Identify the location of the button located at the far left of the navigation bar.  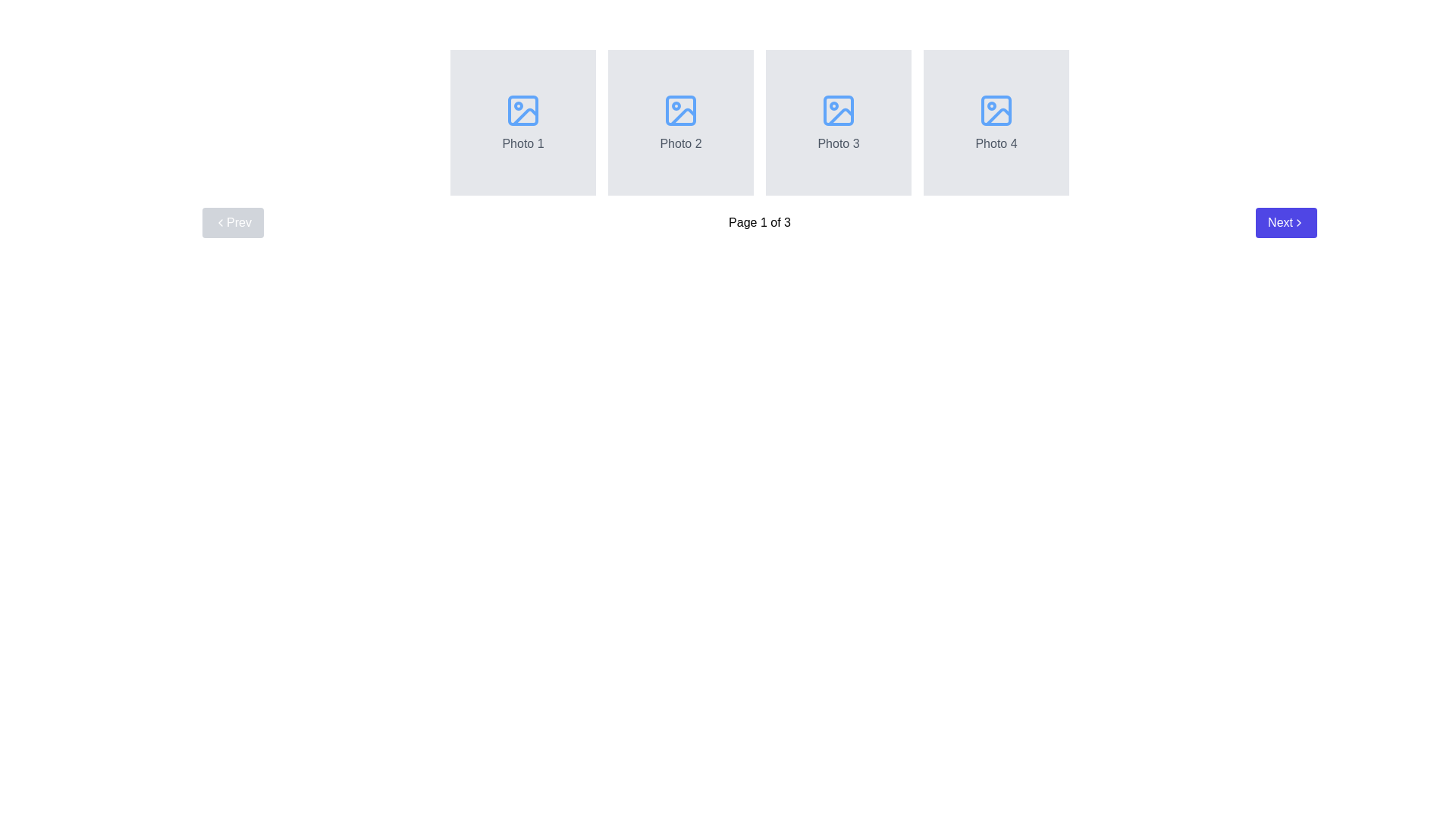
(232, 222).